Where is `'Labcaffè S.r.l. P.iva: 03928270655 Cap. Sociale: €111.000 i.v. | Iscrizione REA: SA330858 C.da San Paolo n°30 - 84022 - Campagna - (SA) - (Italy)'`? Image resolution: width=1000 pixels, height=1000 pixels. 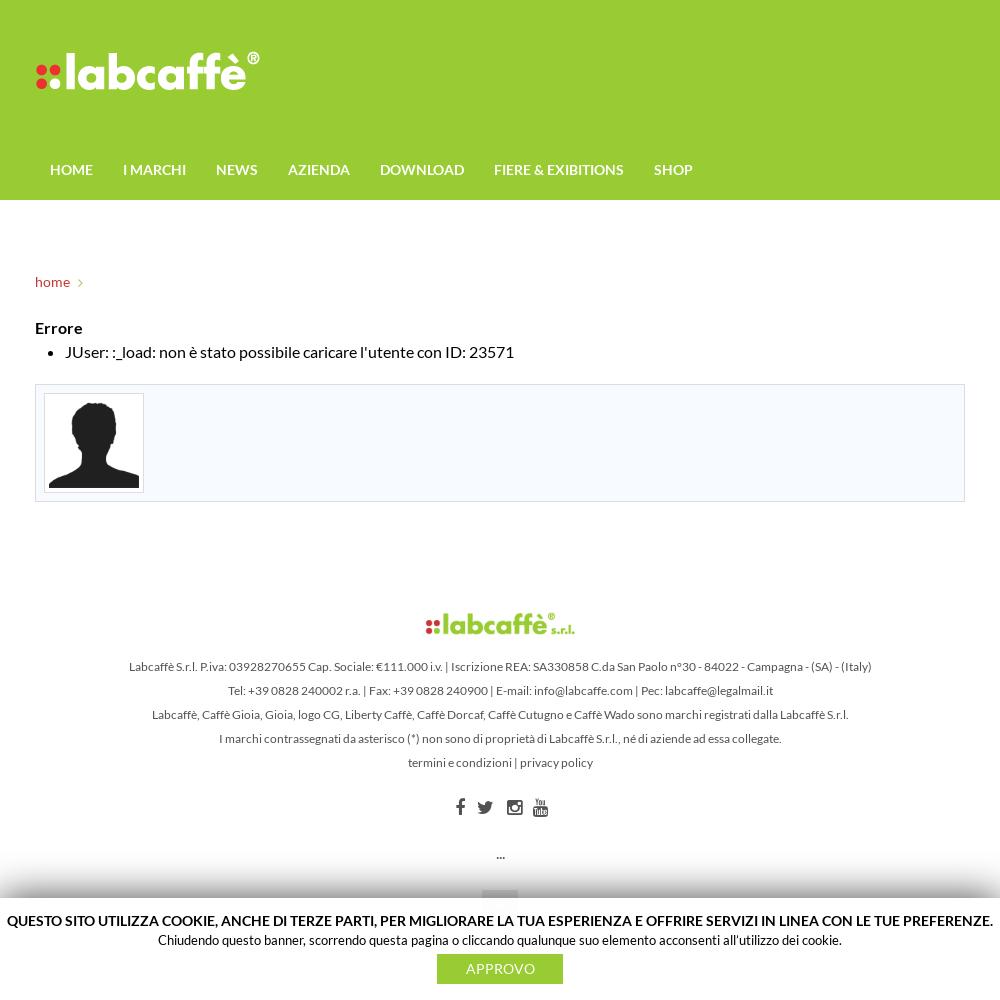
'Labcaffè S.r.l. P.iva: 03928270655 Cap. Sociale: €111.000 i.v. | Iscrizione REA: SA330858 C.da San Paolo n°30 - 84022 - Campagna - (SA) - (Italy)' is located at coordinates (498, 666).